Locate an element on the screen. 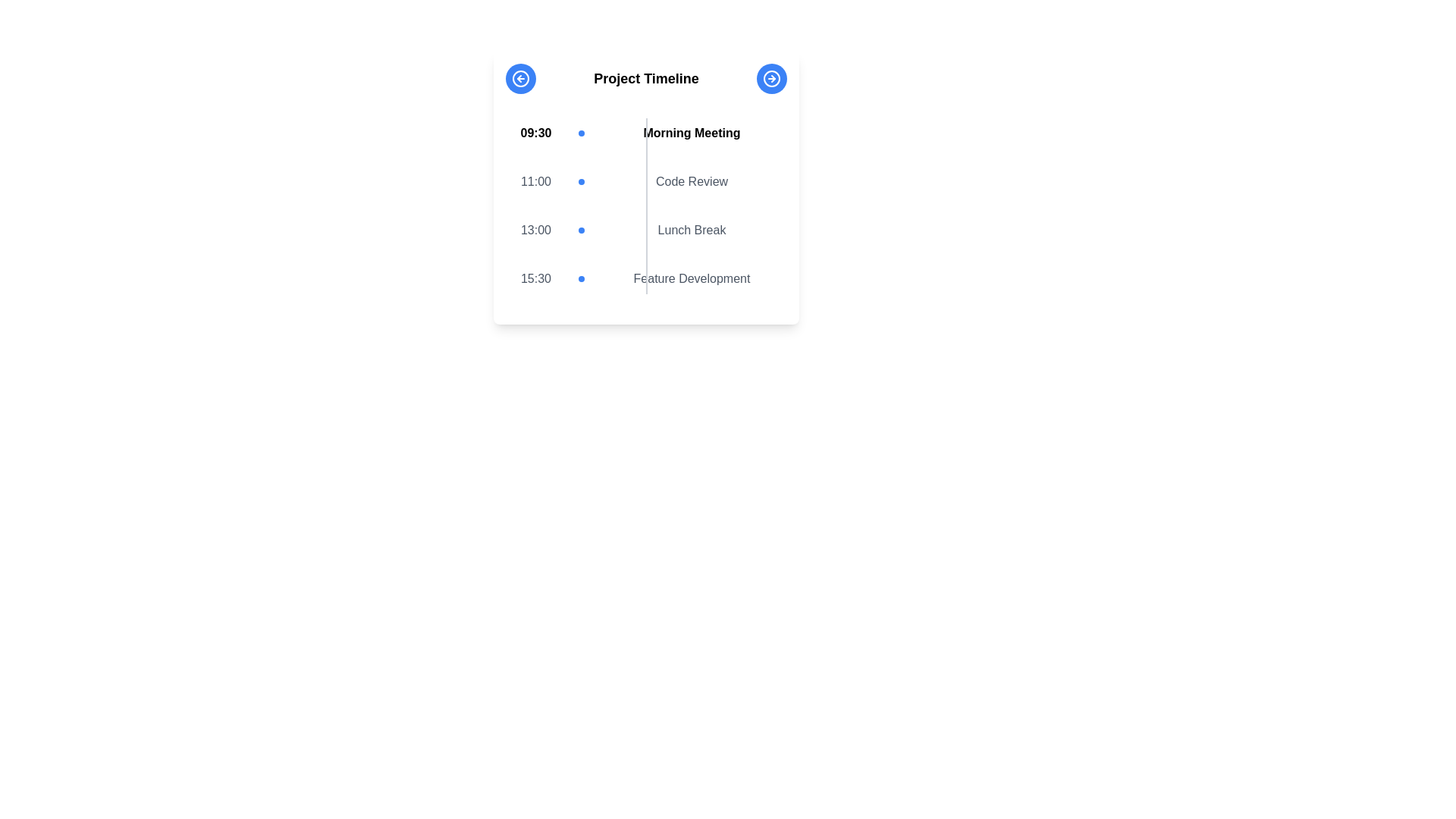 The image size is (1456, 819). the SVG circle component of the left-arrow navigation button located in the top-left corner of the 'Project Timeline' card is located at coordinates (520, 79).